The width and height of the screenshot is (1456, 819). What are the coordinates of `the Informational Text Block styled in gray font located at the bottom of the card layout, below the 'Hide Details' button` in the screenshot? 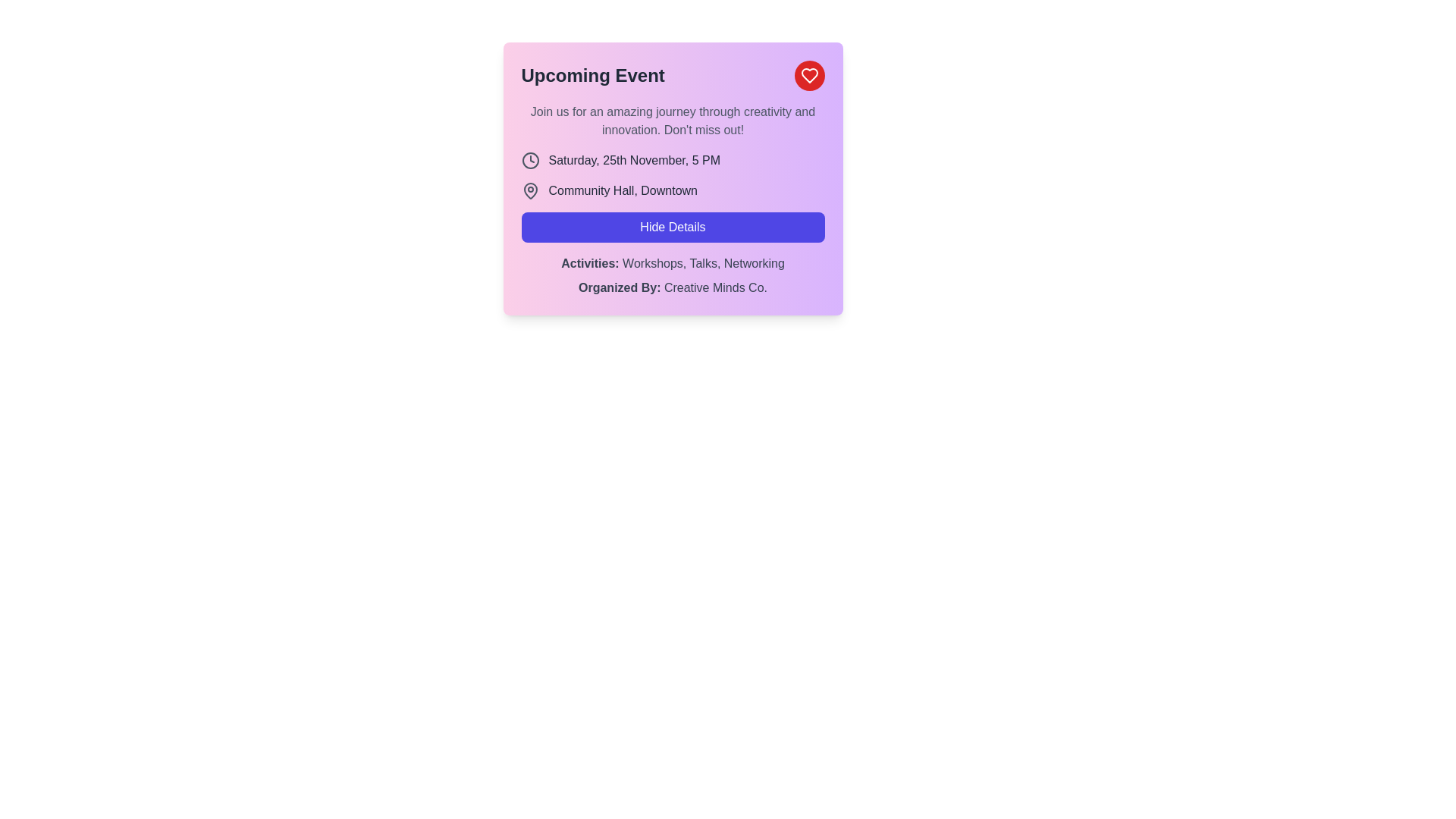 It's located at (672, 275).